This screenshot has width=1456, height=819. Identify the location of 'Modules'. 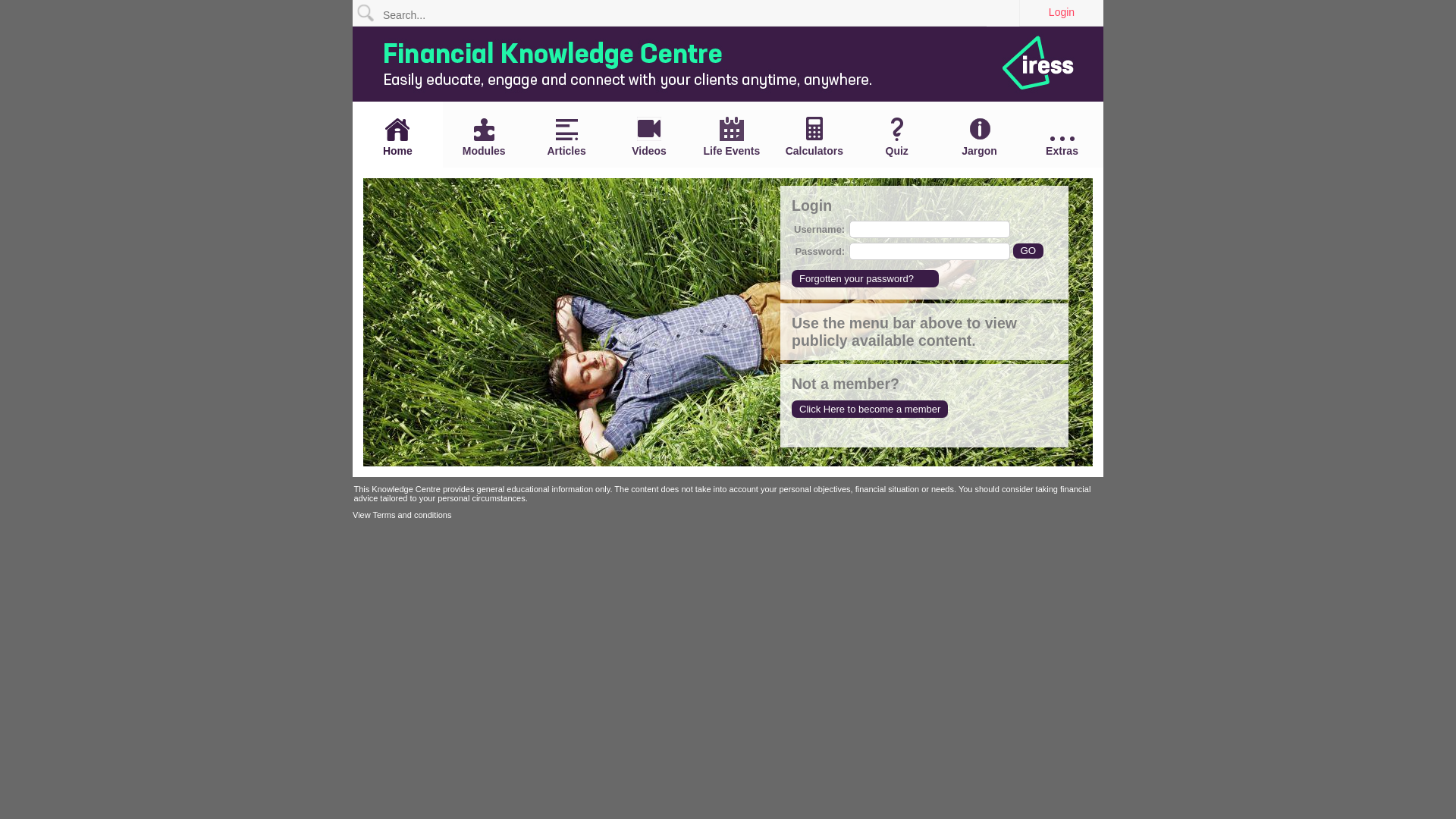
(483, 137).